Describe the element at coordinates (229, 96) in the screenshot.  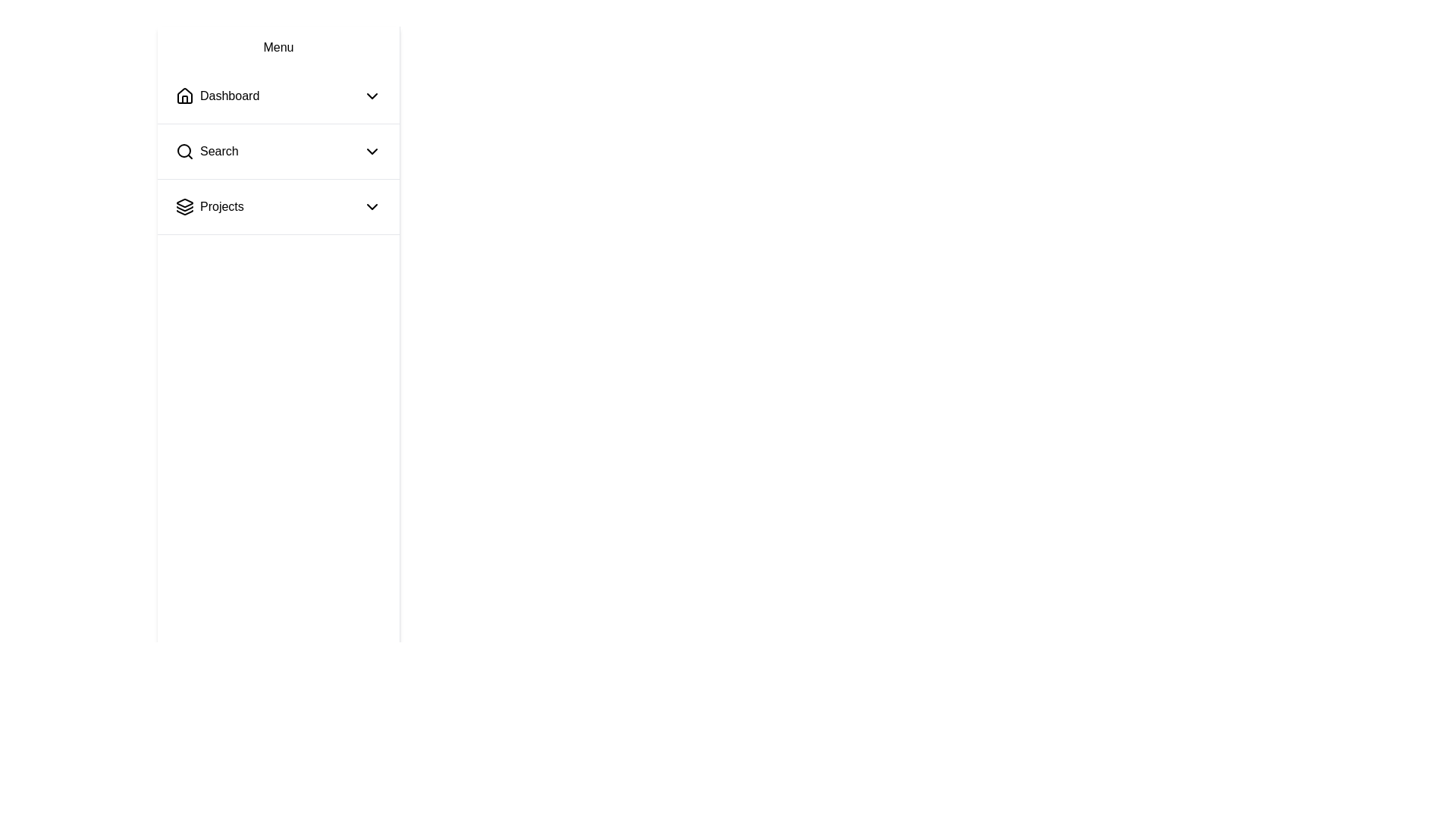
I see `the 'Dashboard' navigation label located in the vertical menu, which follows a house icon and precedes a dropdown indicator` at that location.